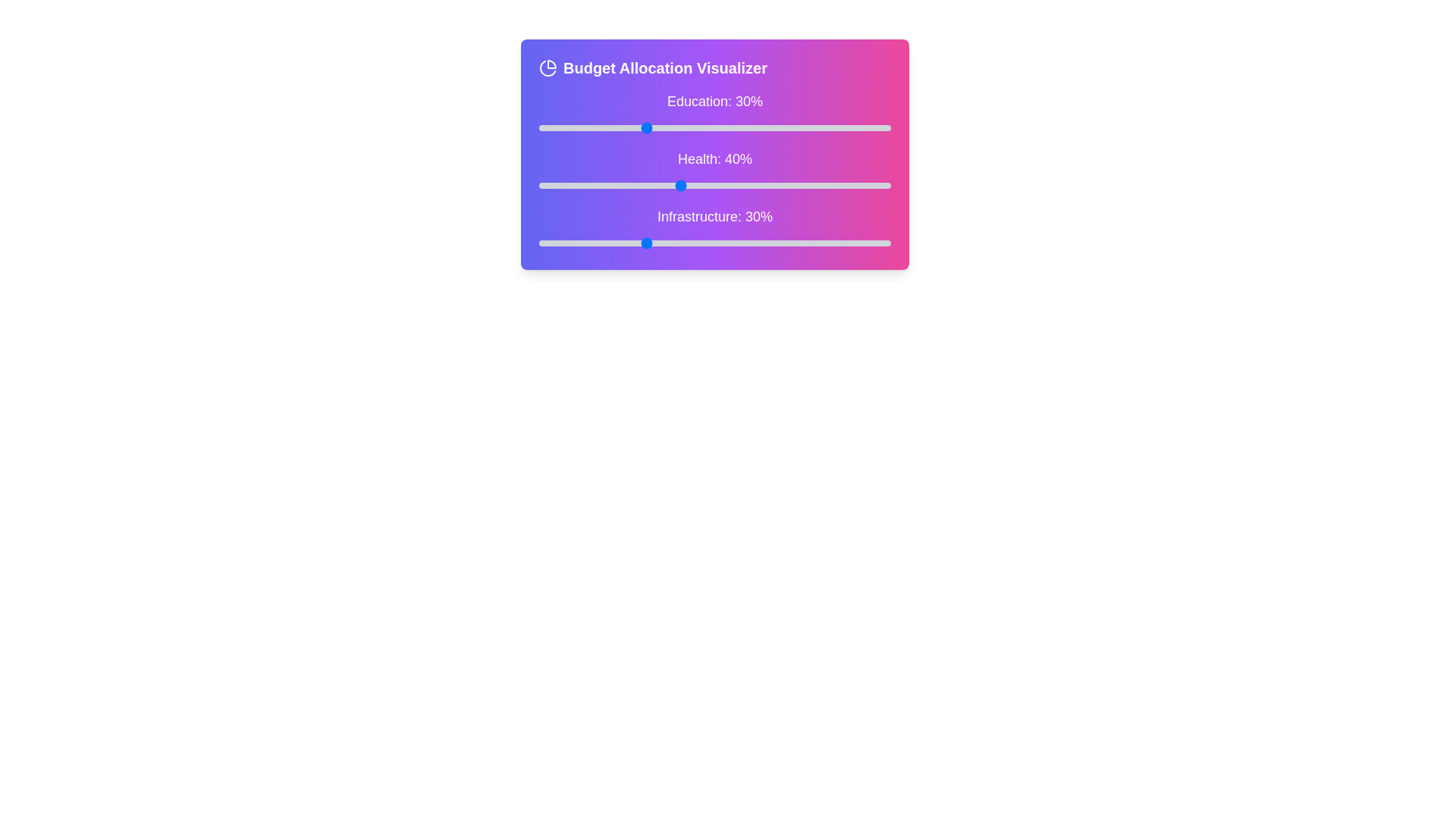 This screenshot has height=819, width=1456. What do you see at coordinates (823, 242) in the screenshot?
I see `'Infrastructure' percentage` at bounding box center [823, 242].